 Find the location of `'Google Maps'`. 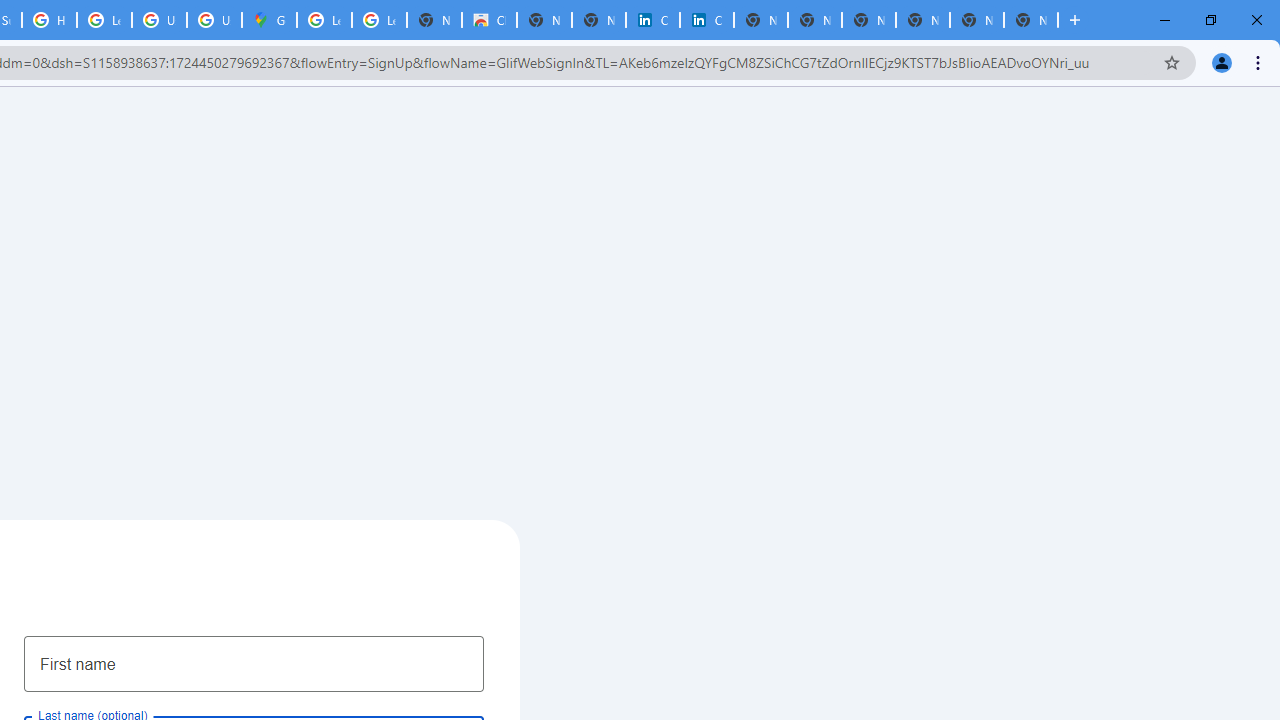

'Google Maps' is located at coordinates (268, 20).